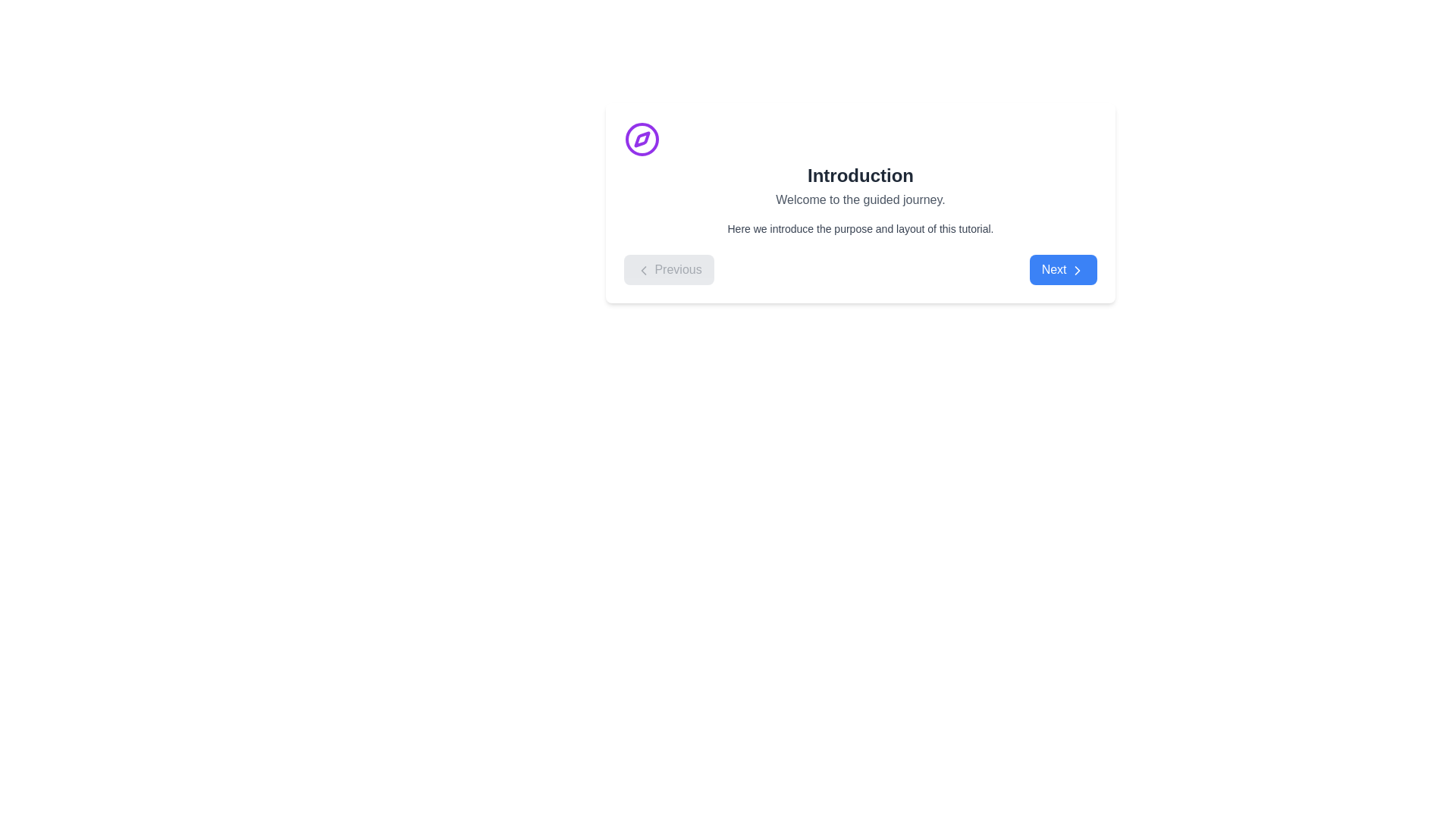  I want to click on text block containing the sentence 'Here we introduce the purpose and layout of this tutorial.', which is styled with a smaller gray font and is positioned below the introductory lines of text, so click(860, 228).